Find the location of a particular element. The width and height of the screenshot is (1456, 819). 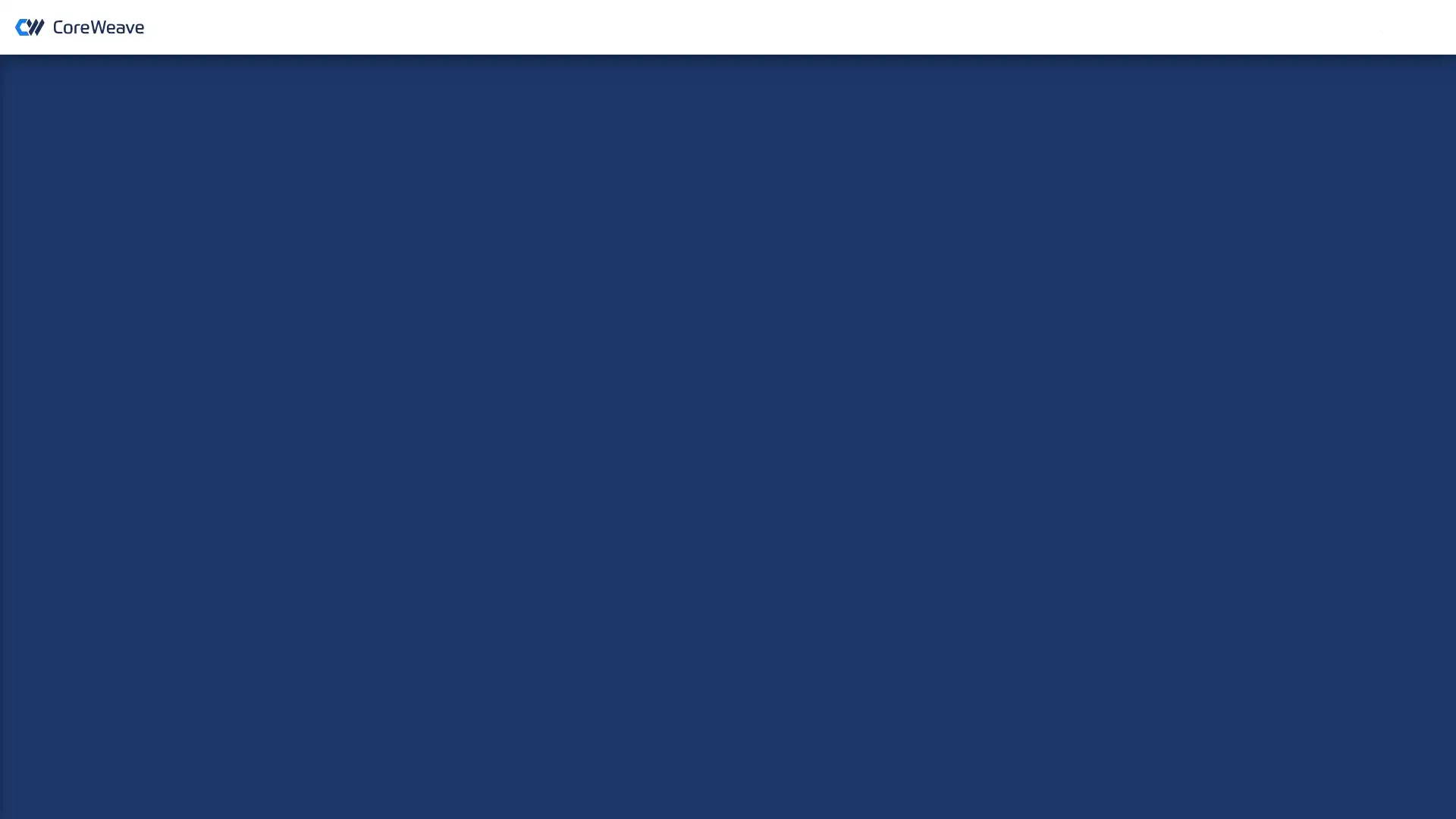

SIGN IN WITH GITHUB is located at coordinates (726, 485).